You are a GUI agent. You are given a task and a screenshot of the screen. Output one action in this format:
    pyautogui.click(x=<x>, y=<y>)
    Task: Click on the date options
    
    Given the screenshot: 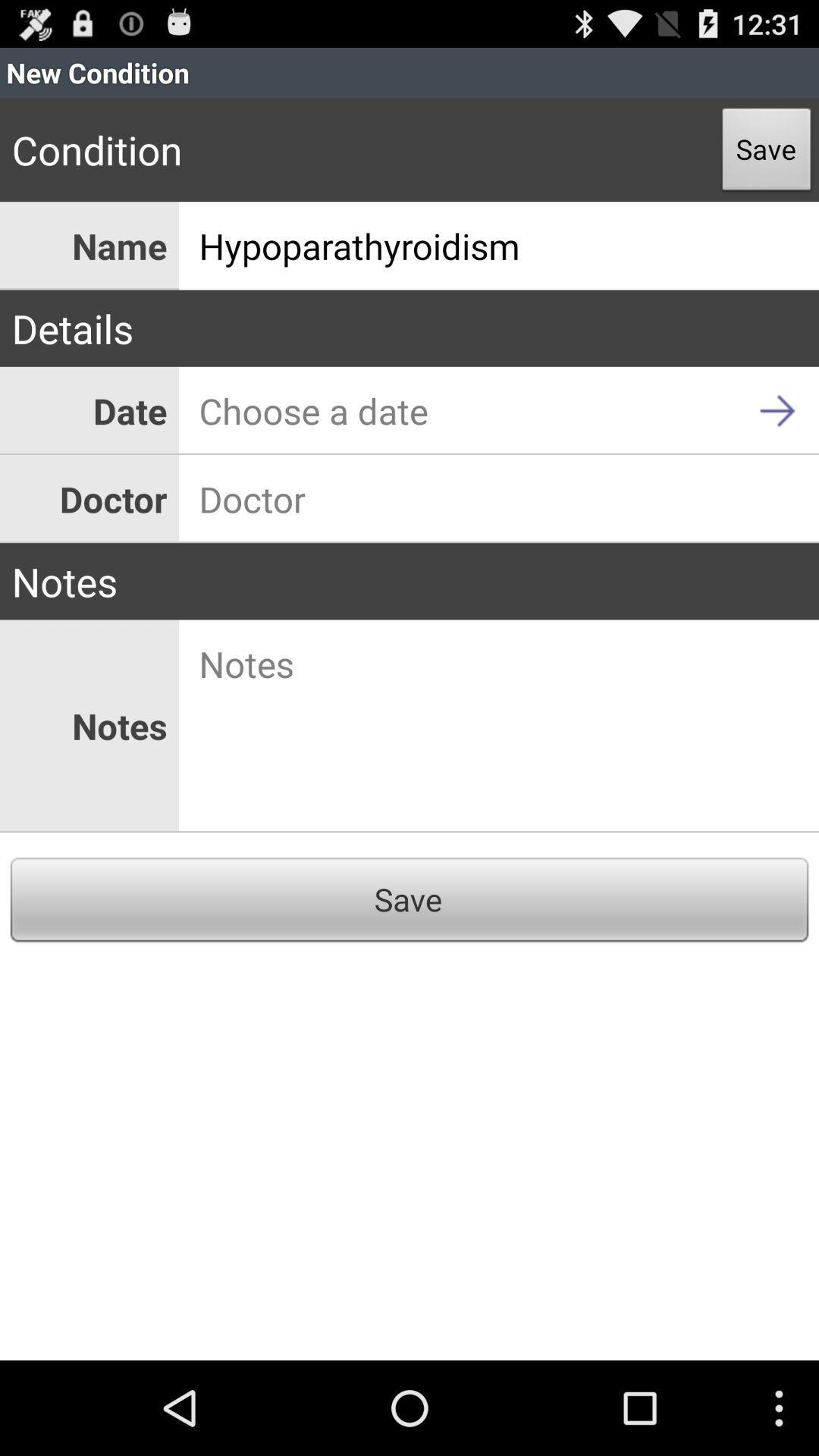 What is the action you would take?
    pyautogui.click(x=499, y=410)
    